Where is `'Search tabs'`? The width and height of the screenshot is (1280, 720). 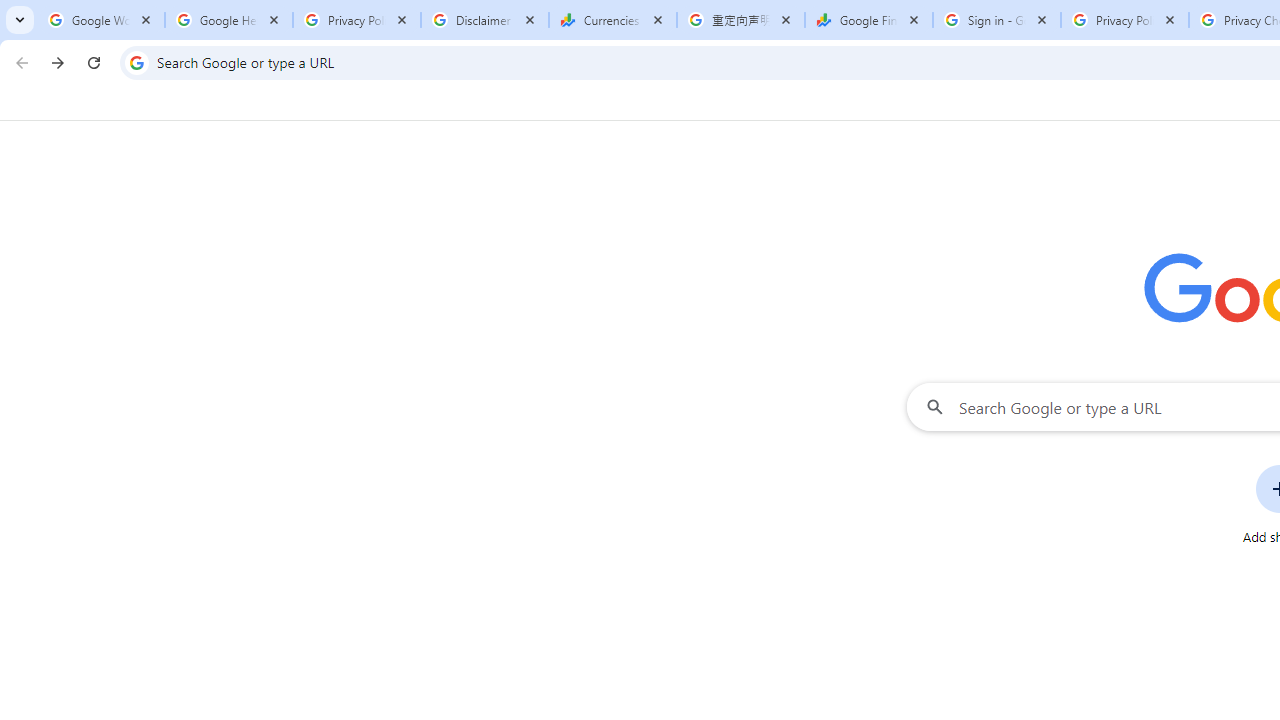 'Search tabs' is located at coordinates (20, 20).